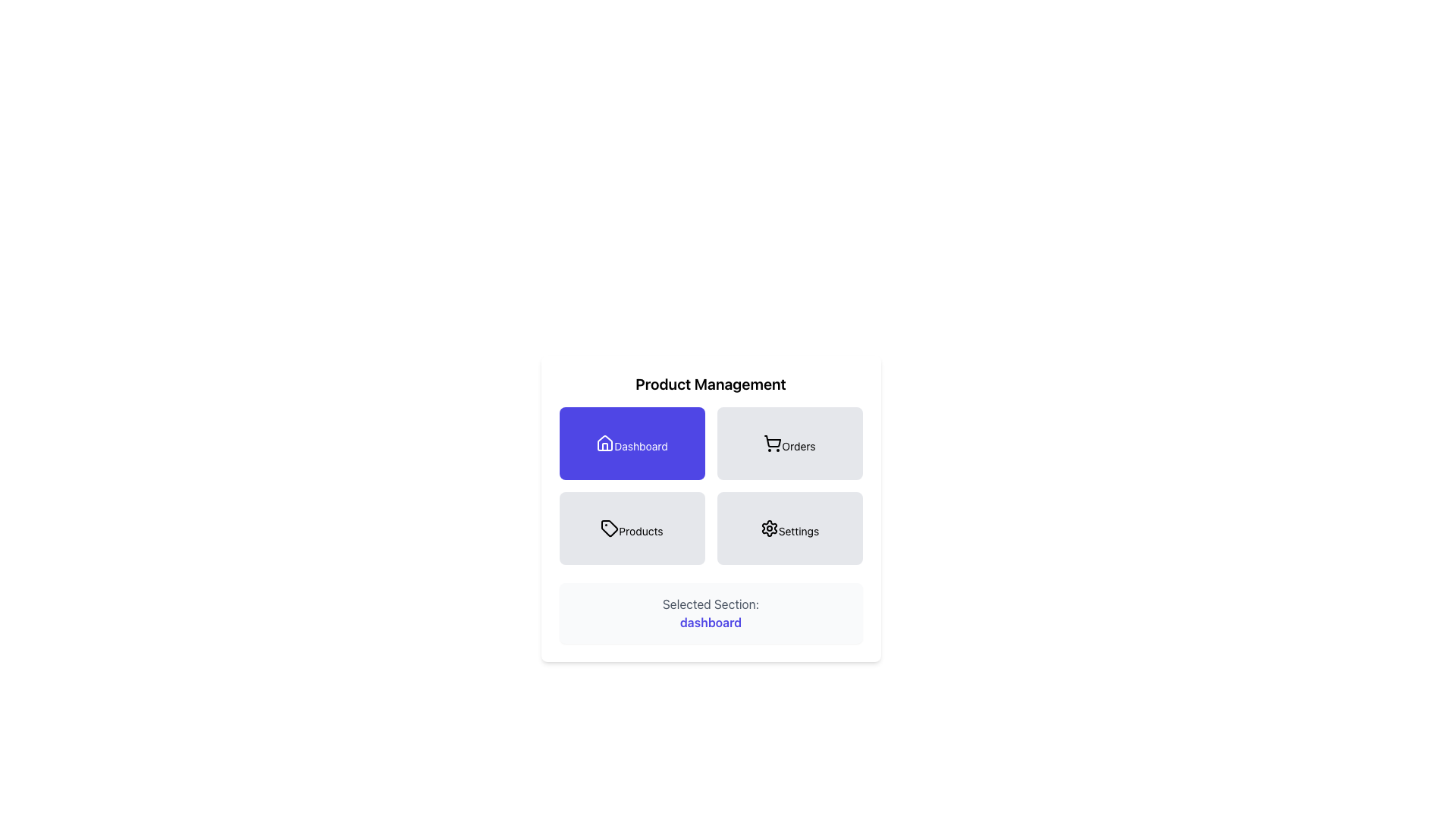 This screenshot has width=1456, height=819. I want to click on the gear icon within the 'Settings' button located in the bottom-right corner of the layout, so click(769, 528).